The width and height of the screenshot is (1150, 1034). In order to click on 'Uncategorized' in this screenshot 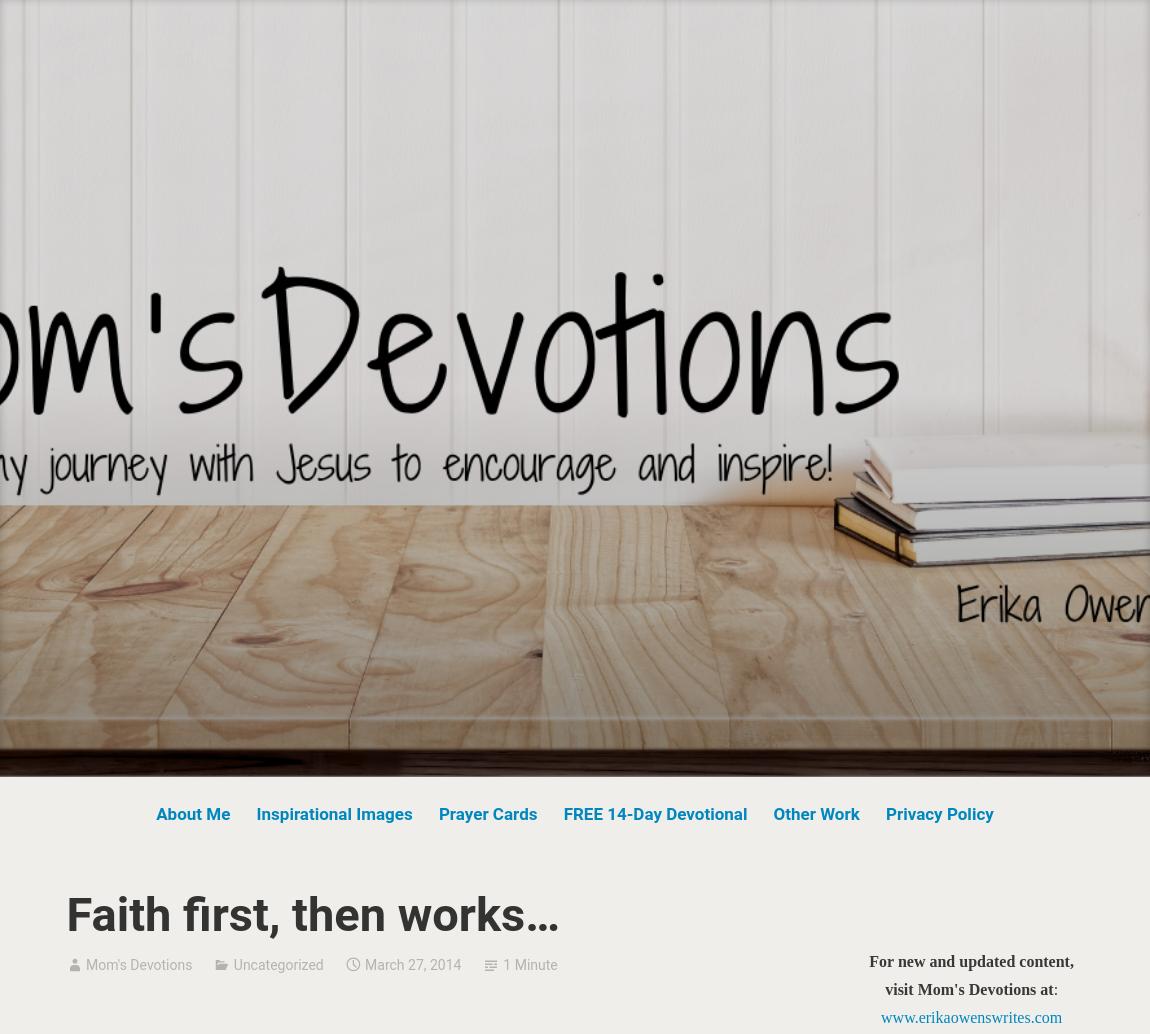, I will do `click(276, 962)`.